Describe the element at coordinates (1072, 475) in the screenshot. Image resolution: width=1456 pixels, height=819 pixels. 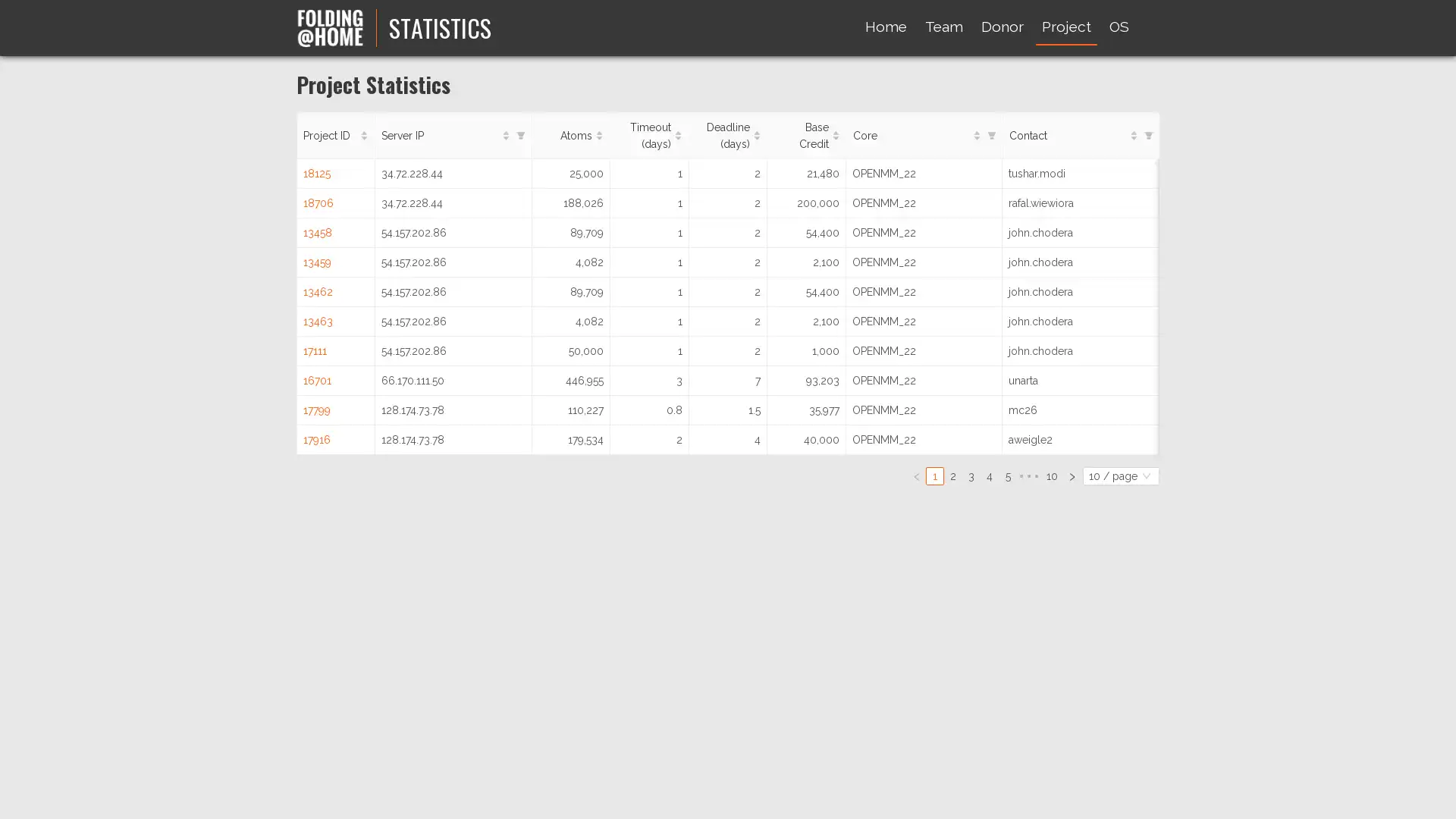
I see `right` at that location.